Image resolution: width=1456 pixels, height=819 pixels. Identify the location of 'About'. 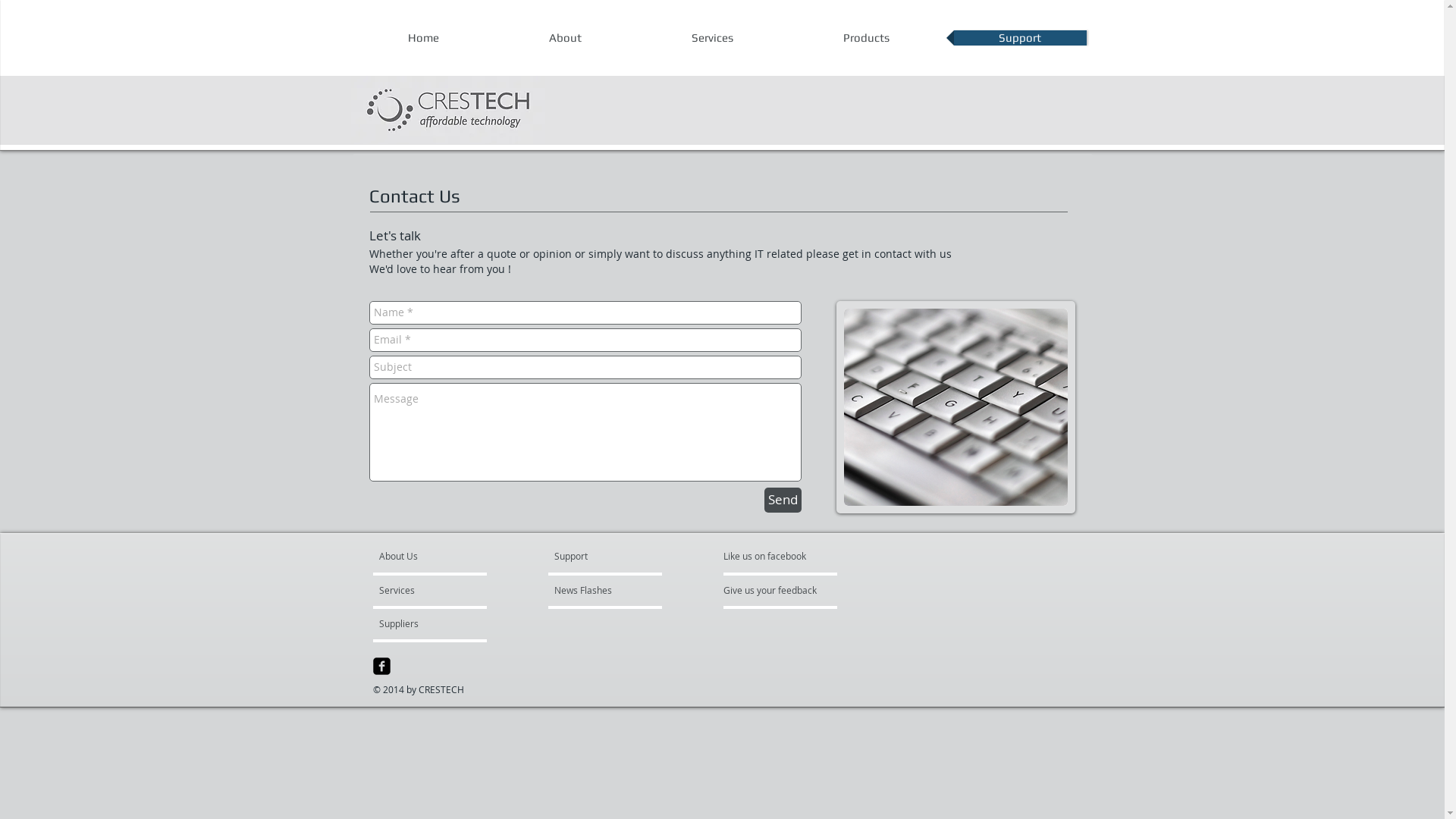
(564, 37).